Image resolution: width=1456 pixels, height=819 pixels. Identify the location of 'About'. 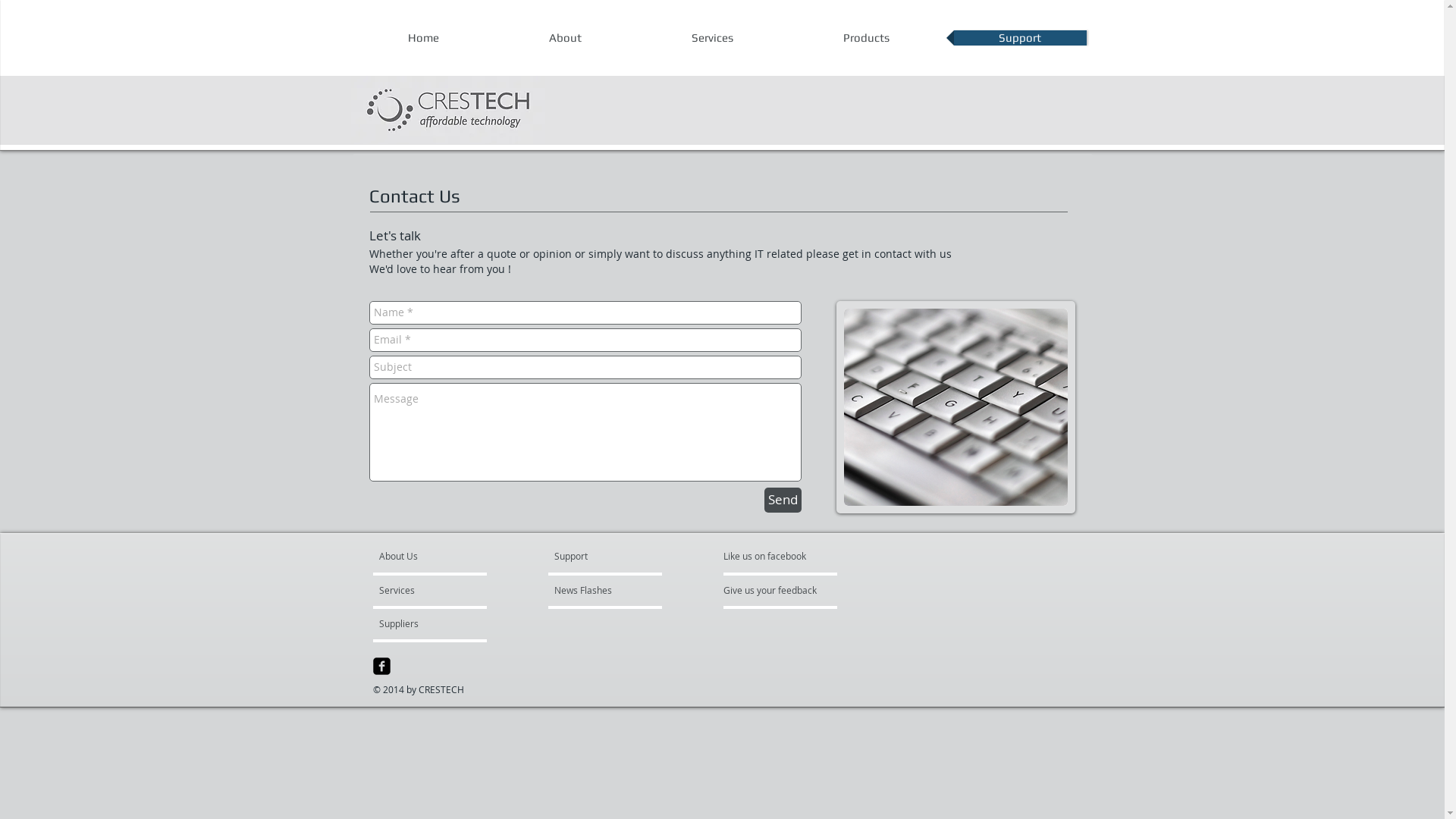
(564, 37).